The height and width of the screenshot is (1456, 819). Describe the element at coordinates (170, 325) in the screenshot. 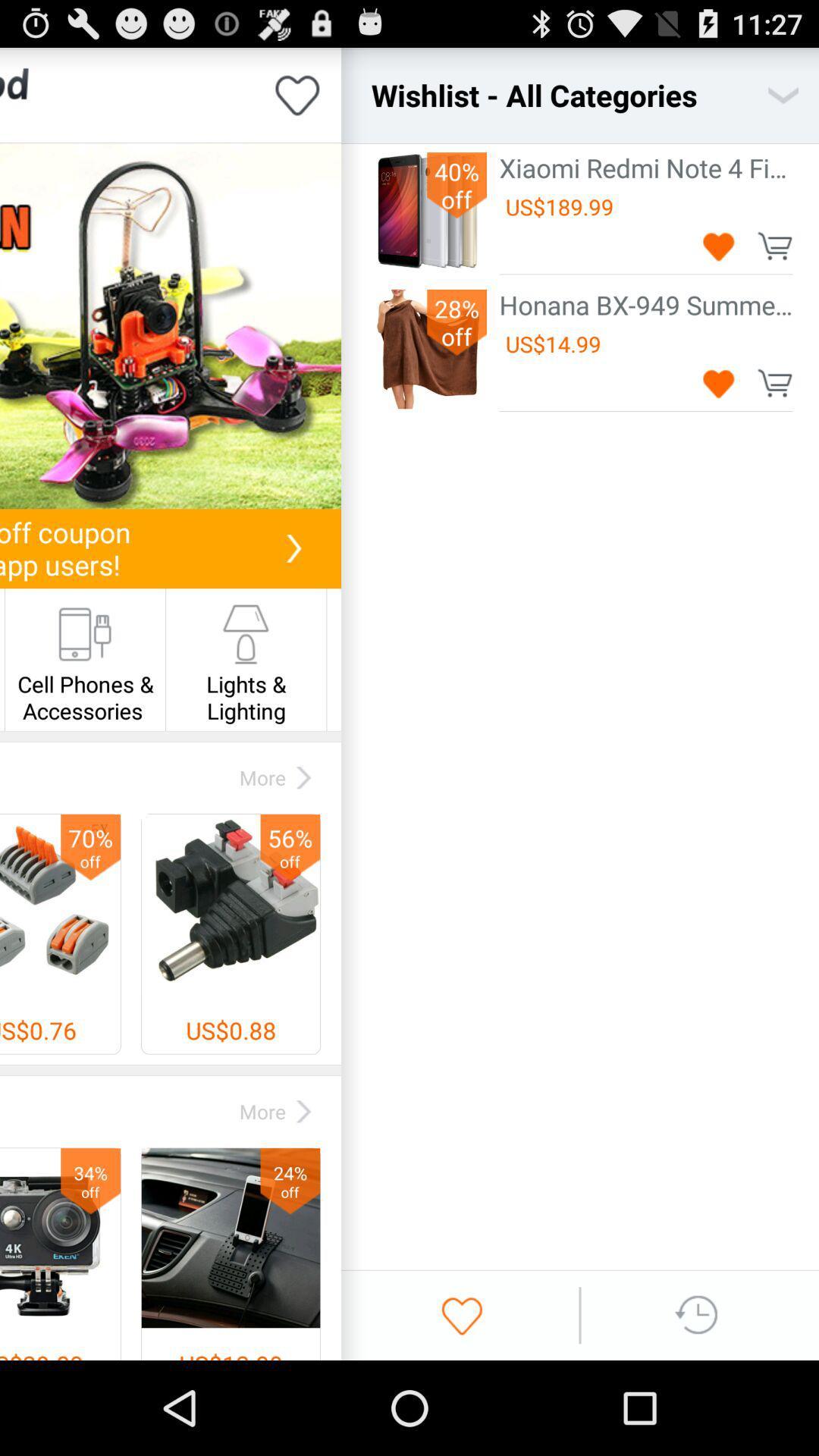

I see `this item` at that location.